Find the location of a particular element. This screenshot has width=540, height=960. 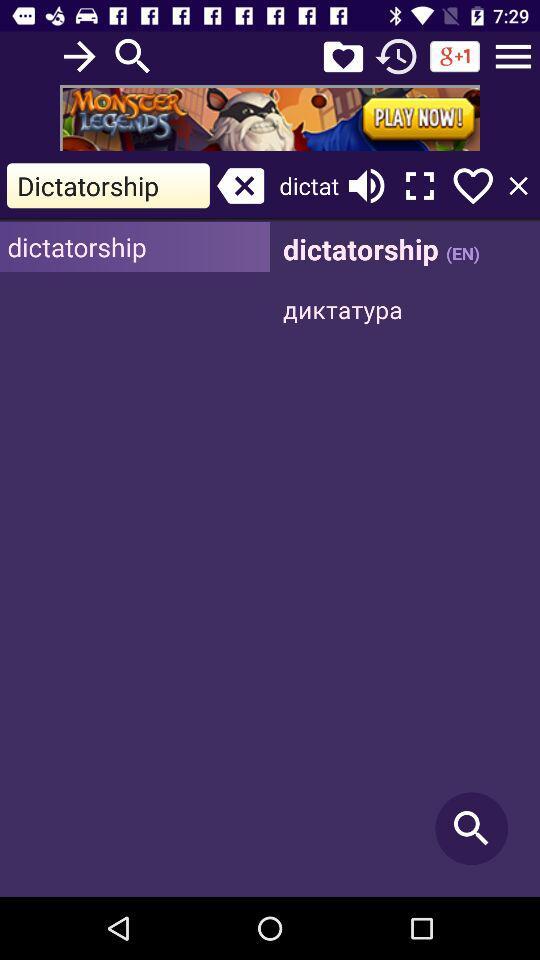

game is located at coordinates (270, 117).